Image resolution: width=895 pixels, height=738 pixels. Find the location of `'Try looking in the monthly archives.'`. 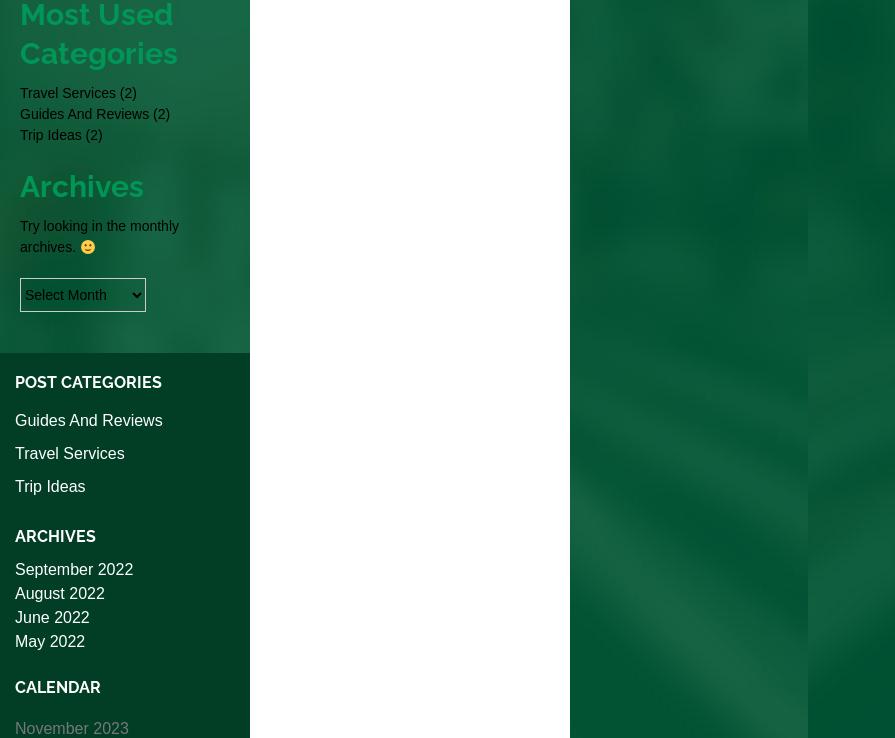

'Try looking in the monthly archives.' is located at coordinates (99, 235).